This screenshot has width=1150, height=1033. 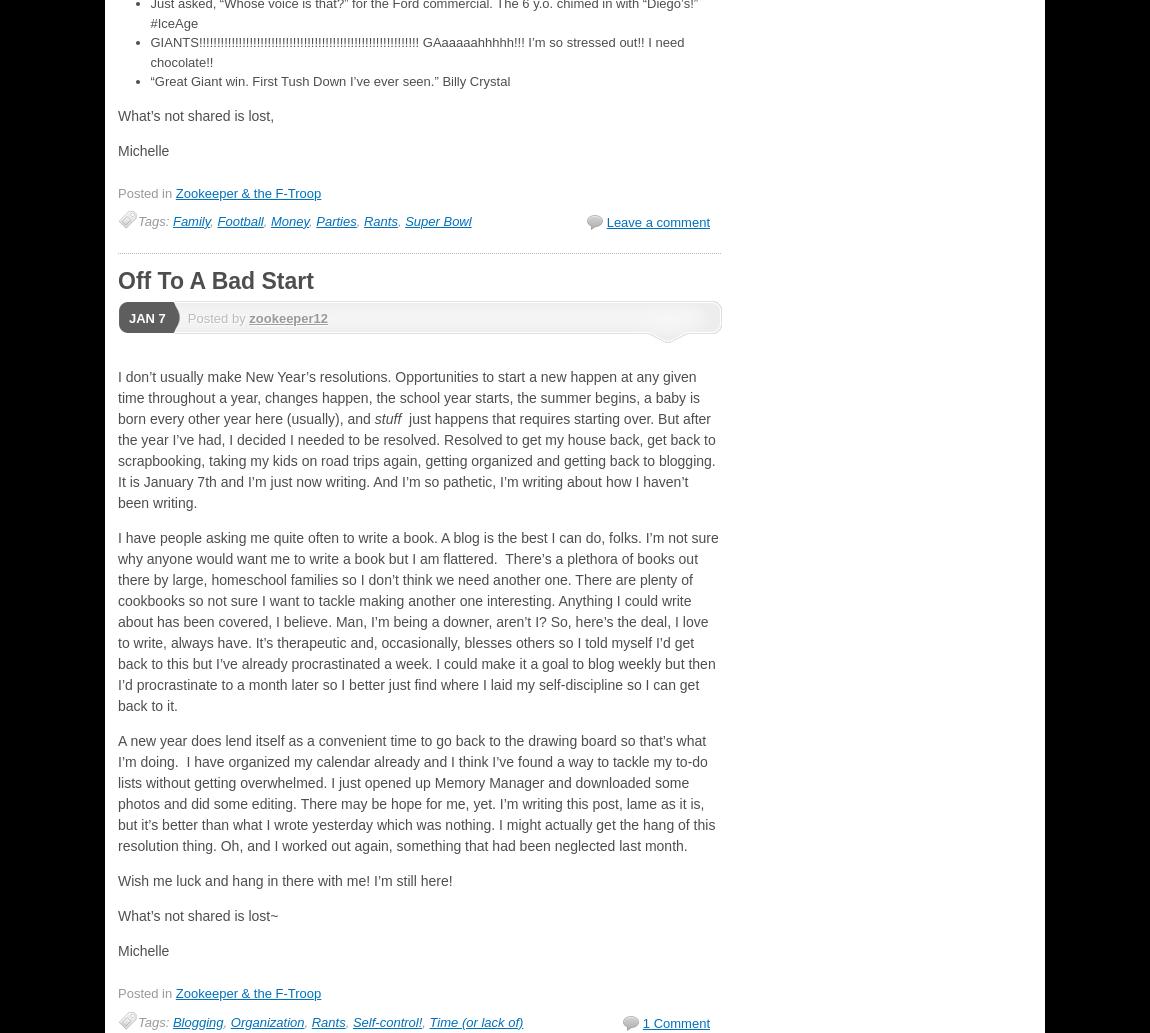 I want to click on 'Money', so click(x=289, y=219).